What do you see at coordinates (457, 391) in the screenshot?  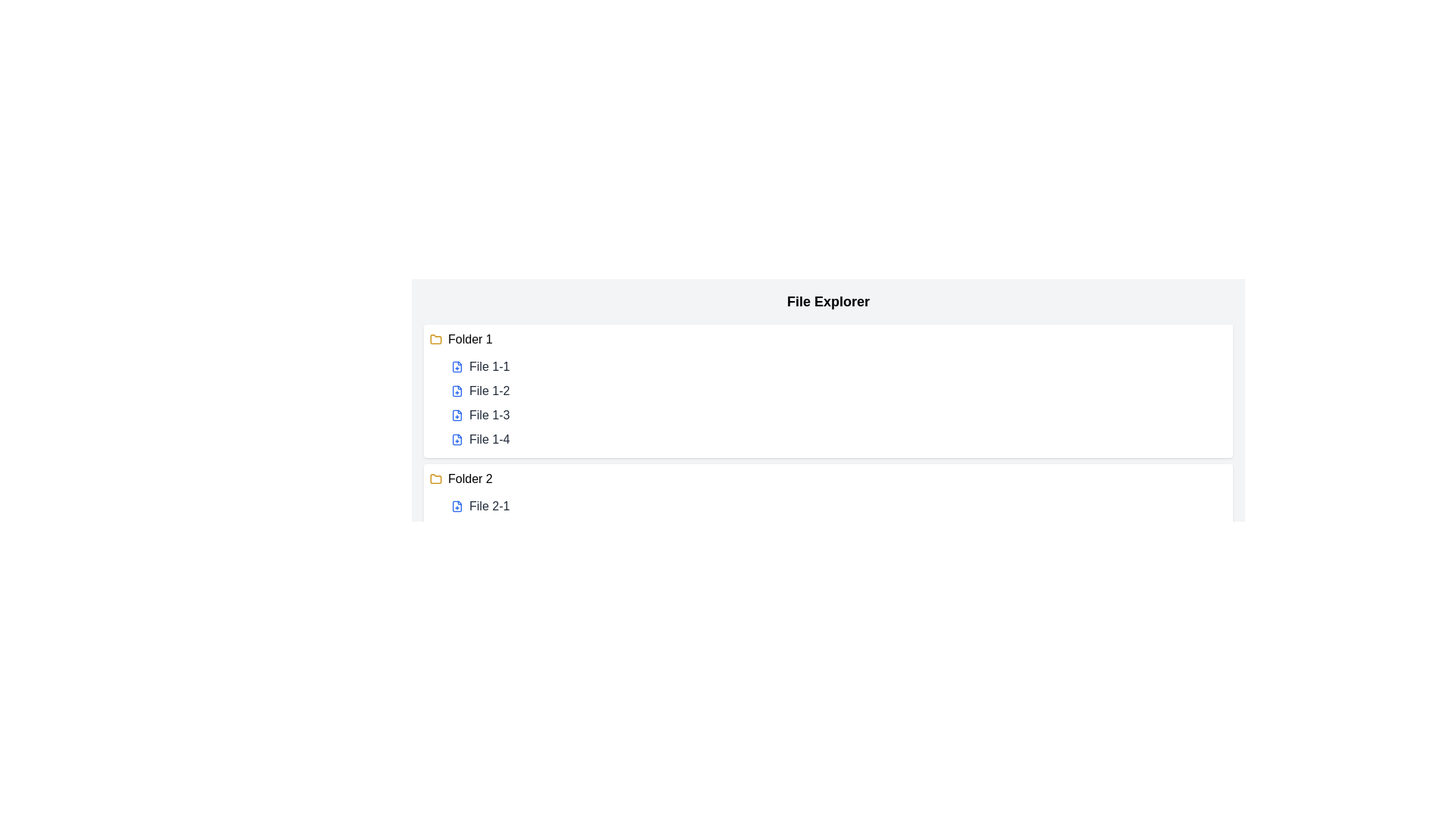 I see `the file icon representing the addition or creation of a new related item, located to the left of the text 'File 1-2' in the file explorer under 'Folder 1'` at bounding box center [457, 391].